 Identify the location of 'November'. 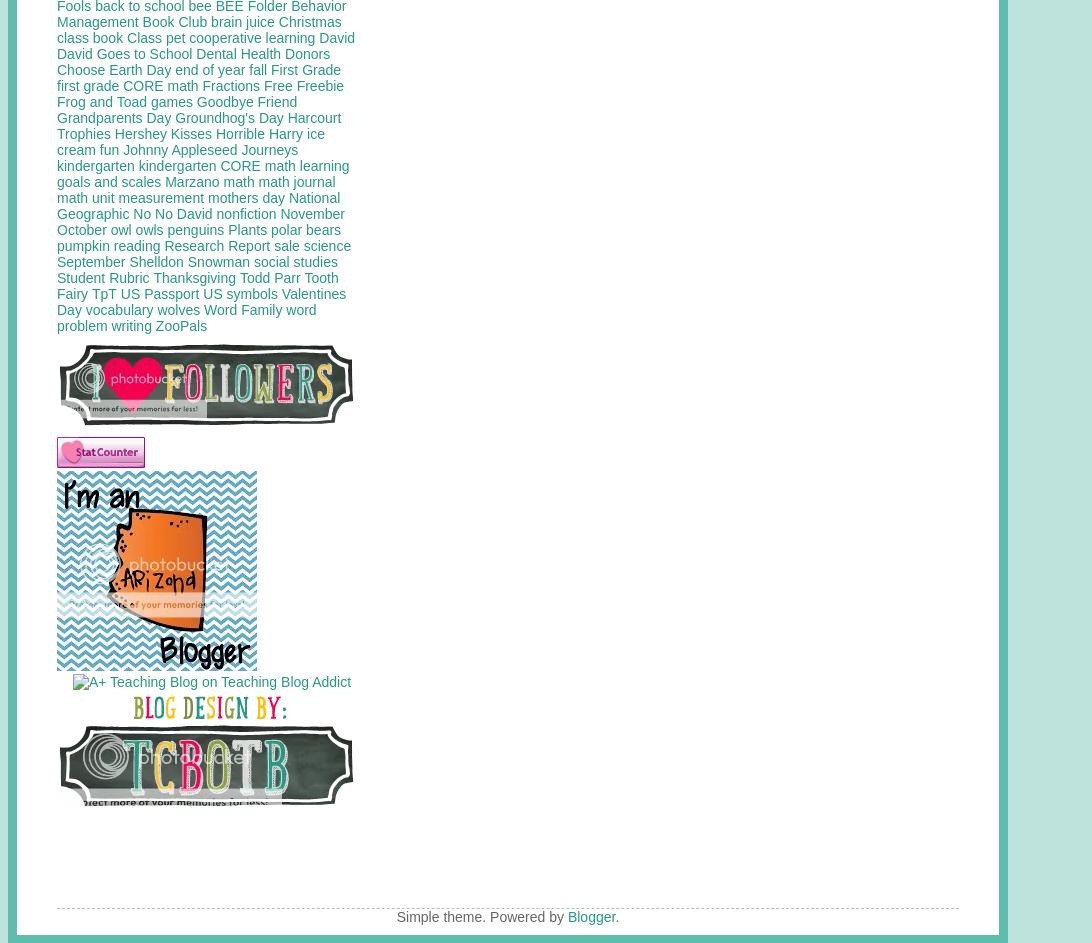
(311, 213).